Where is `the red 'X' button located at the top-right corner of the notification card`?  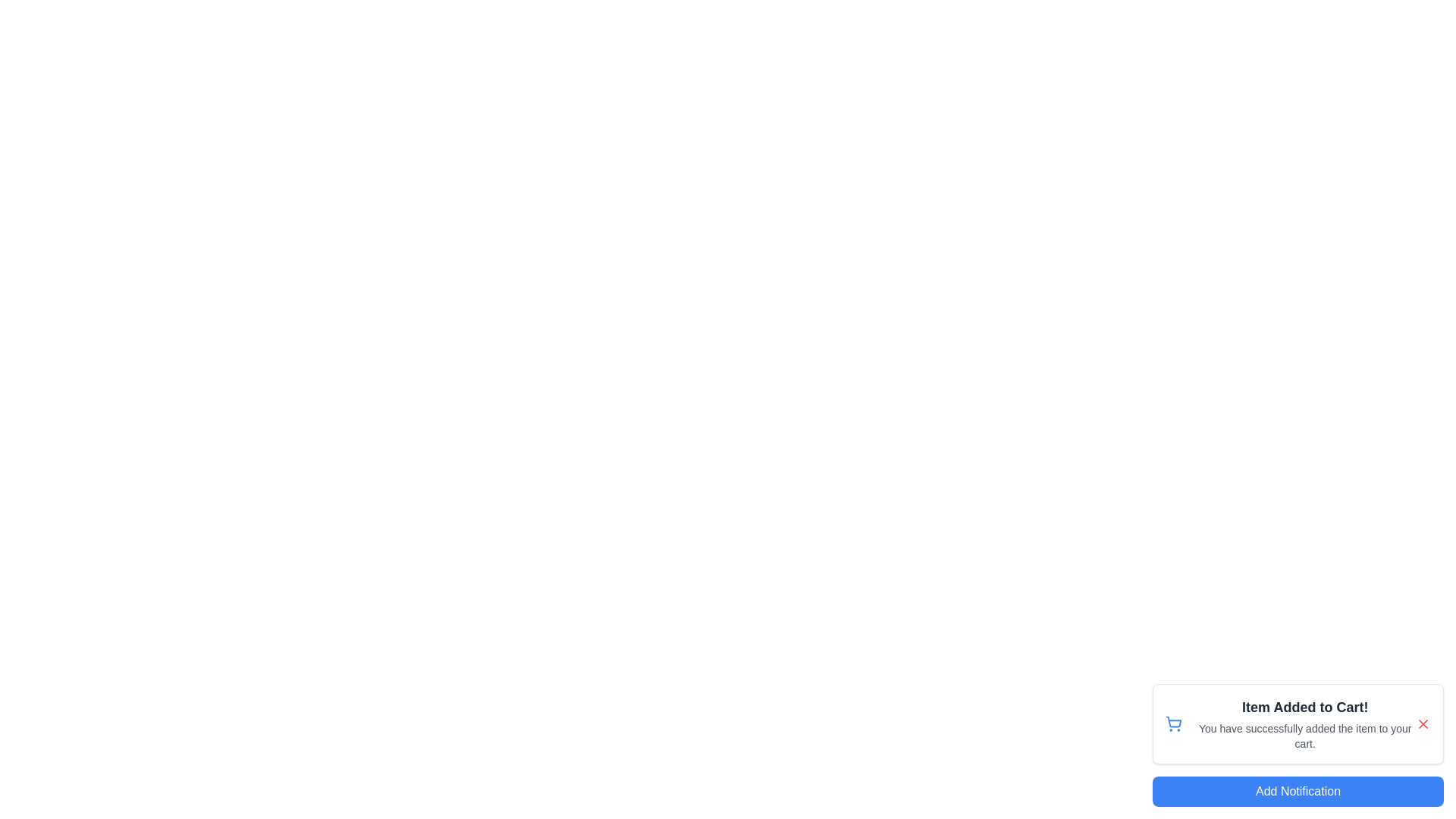
the red 'X' button located at the top-right corner of the notification card is located at coordinates (1422, 723).